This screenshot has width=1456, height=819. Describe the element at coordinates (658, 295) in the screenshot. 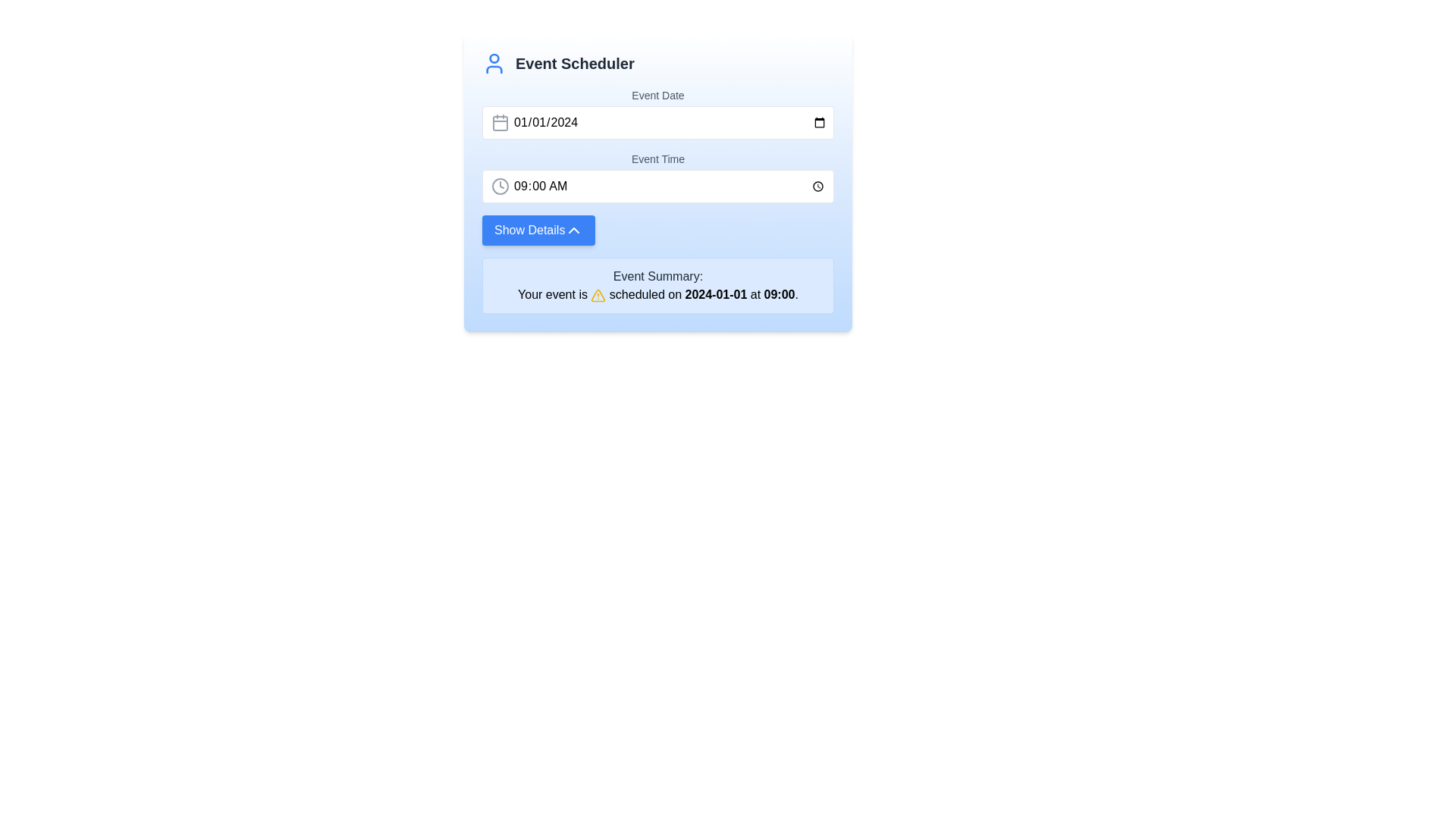

I see `the Static Text with Icon displaying the event's scheduled details, located under the 'Event Summary' title and below the 'Show Details' button` at that location.